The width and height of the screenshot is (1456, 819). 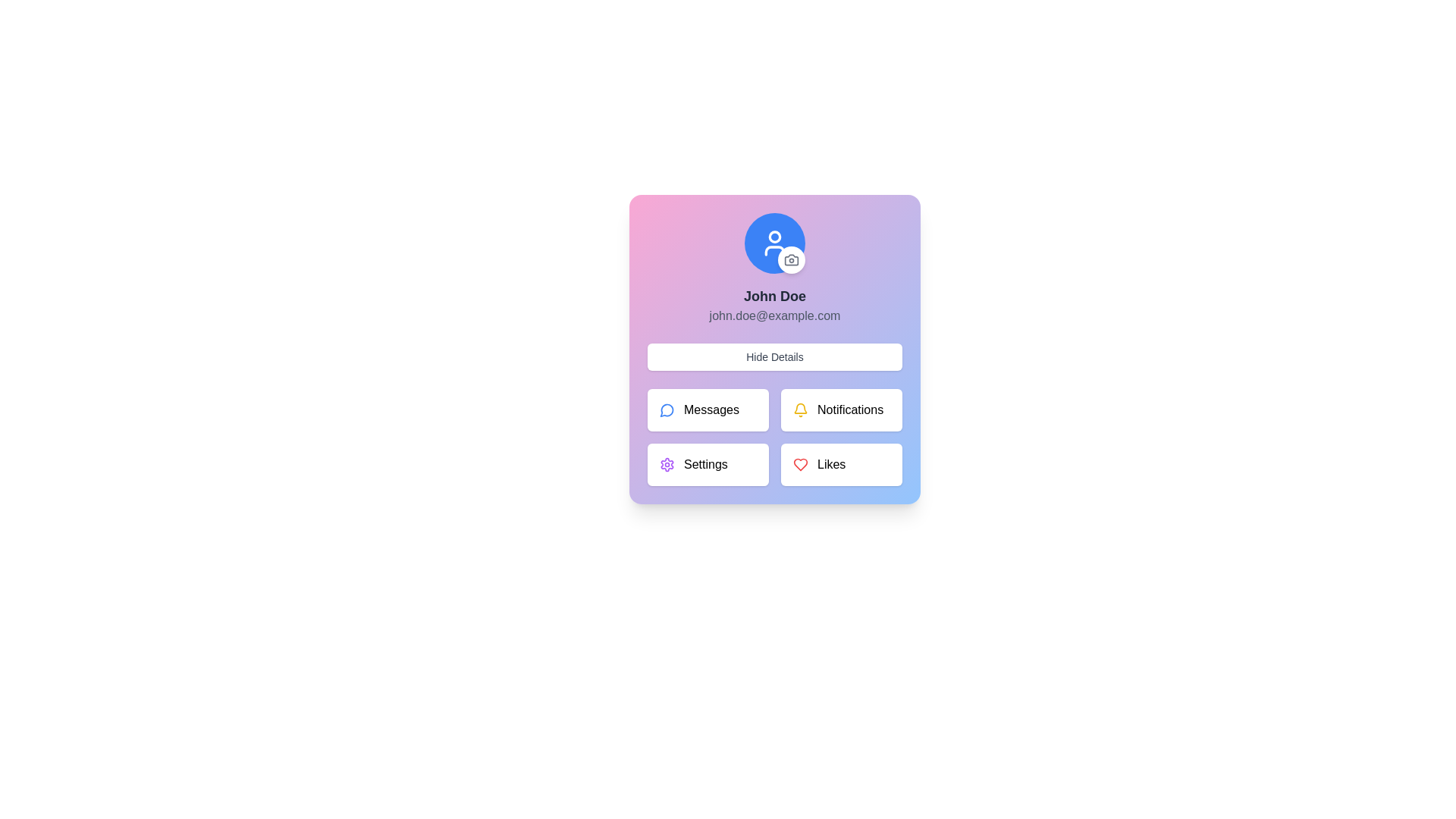 What do you see at coordinates (708, 409) in the screenshot?
I see `the 'Messages' navigation button` at bounding box center [708, 409].